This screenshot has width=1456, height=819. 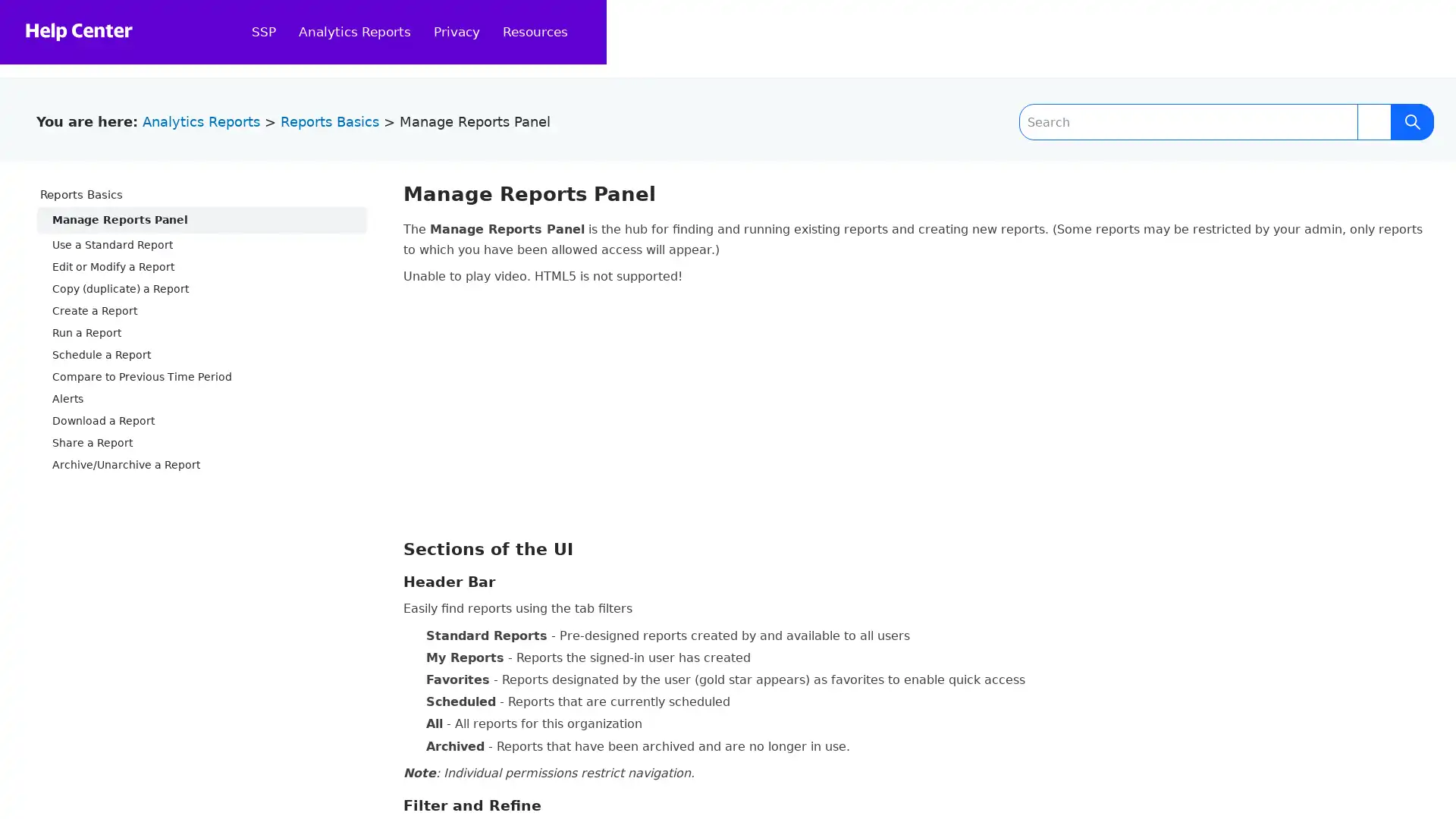 What do you see at coordinates (1411, 121) in the screenshot?
I see `Submit Search` at bounding box center [1411, 121].